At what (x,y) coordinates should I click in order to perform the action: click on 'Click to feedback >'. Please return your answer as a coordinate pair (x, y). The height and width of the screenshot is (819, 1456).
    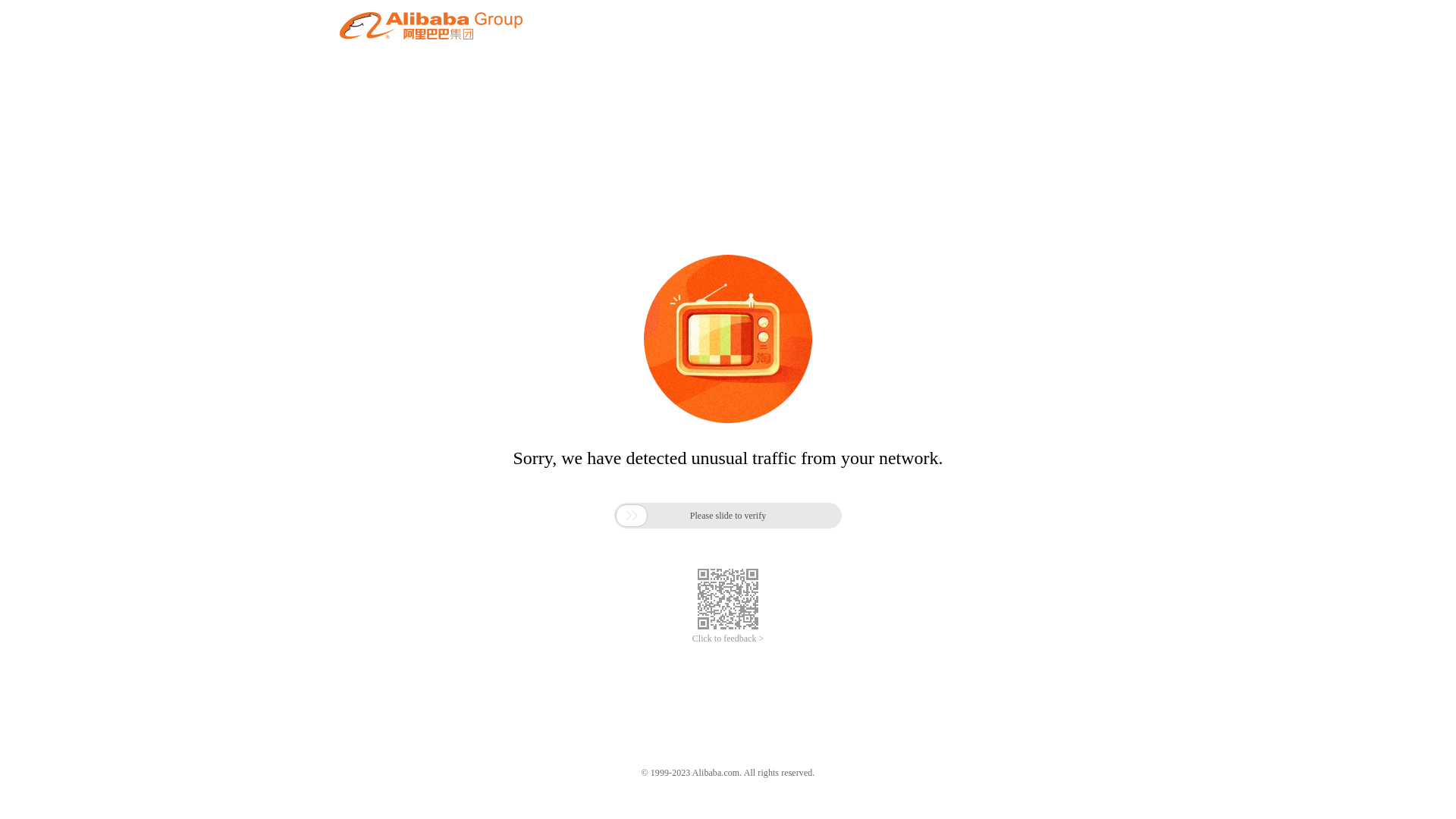
    Looking at the image, I should click on (728, 639).